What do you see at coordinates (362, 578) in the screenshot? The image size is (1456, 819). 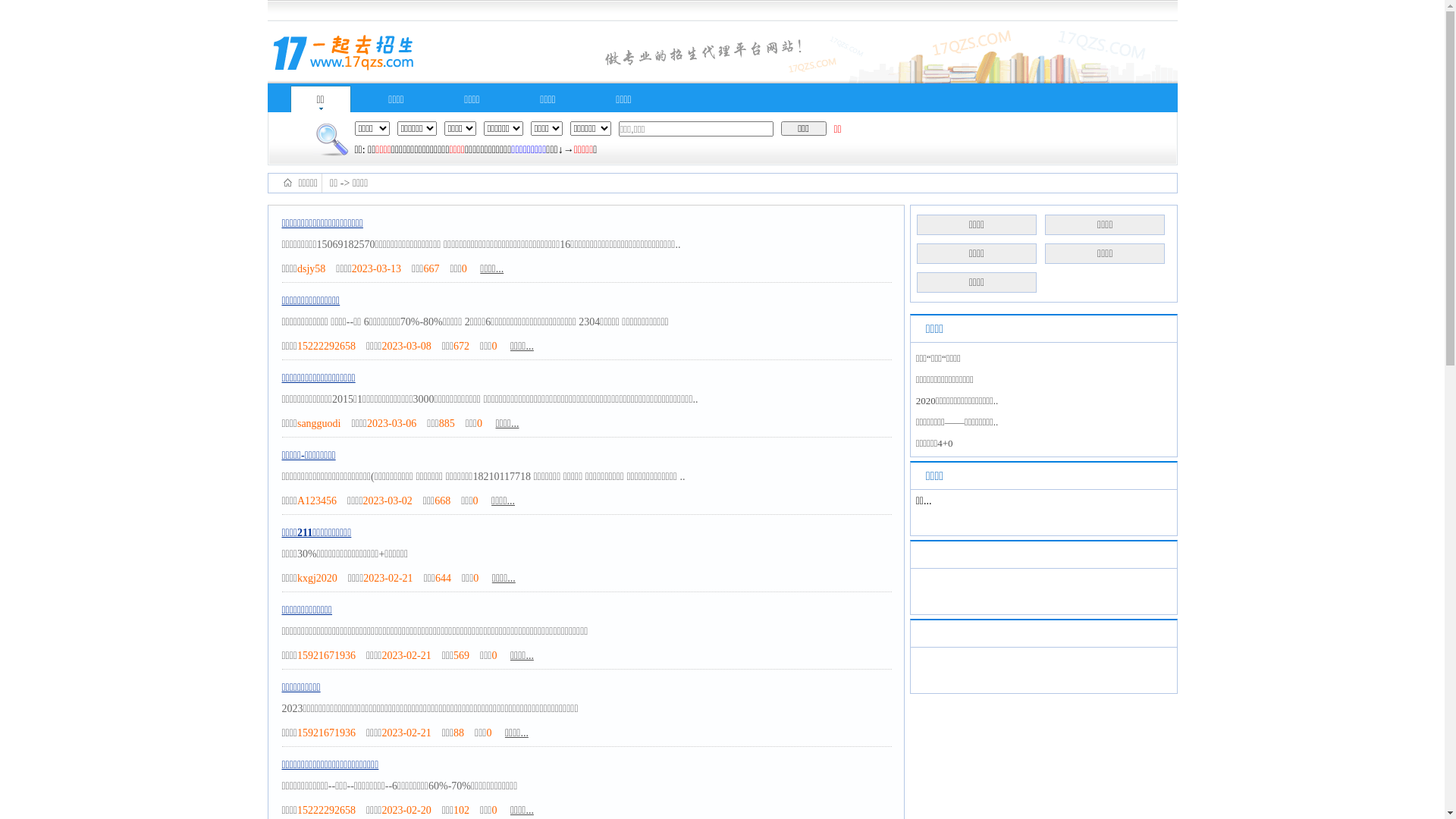 I see `'2023-02-21'` at bounding box center [362, 578].